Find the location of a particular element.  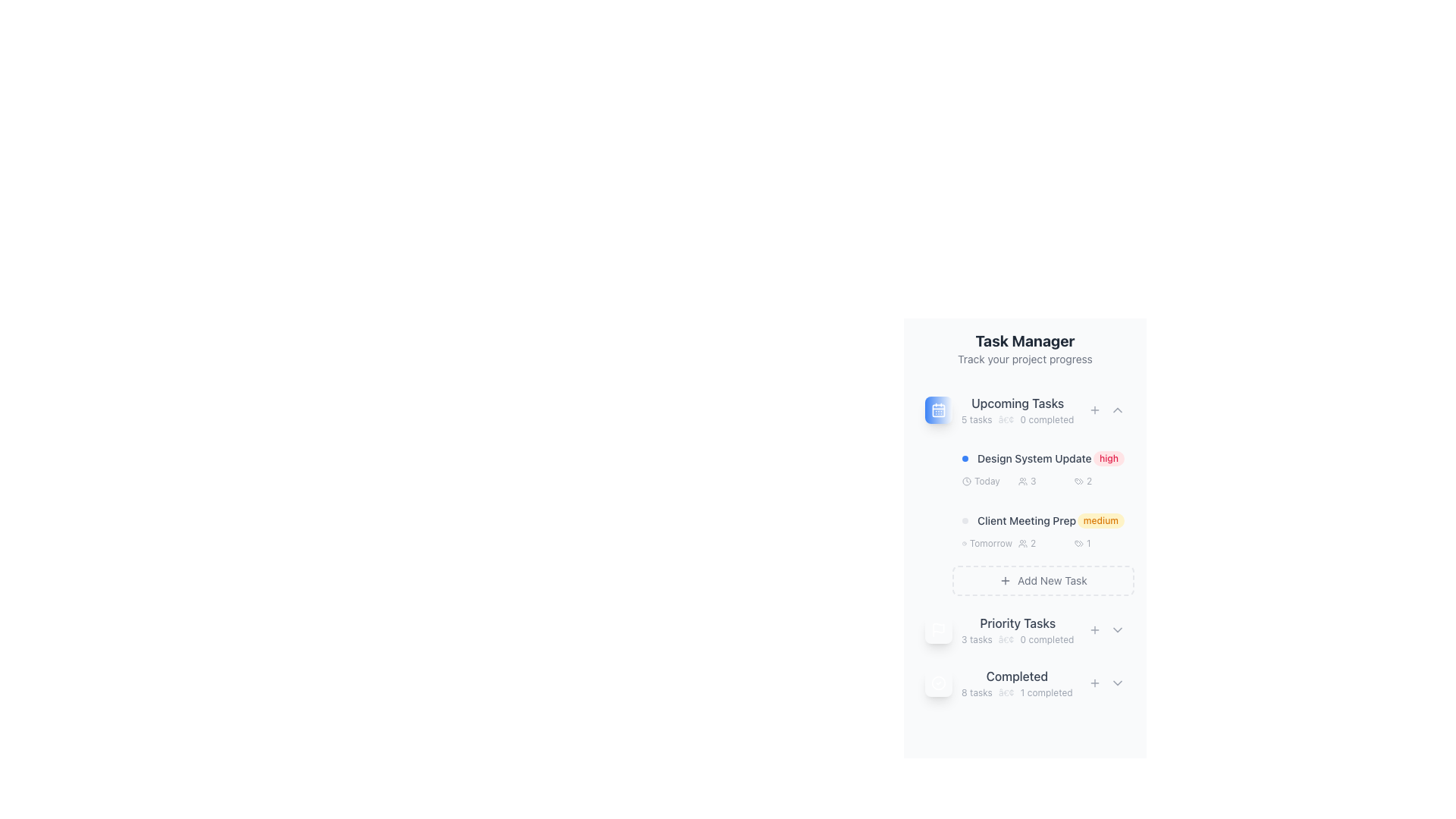

the 'Priority Tasks' text label, which is styled in medium-weight gray font and located in the task management interface above '3 tasks • 0 completed' is located at coordinates (1018, 623).